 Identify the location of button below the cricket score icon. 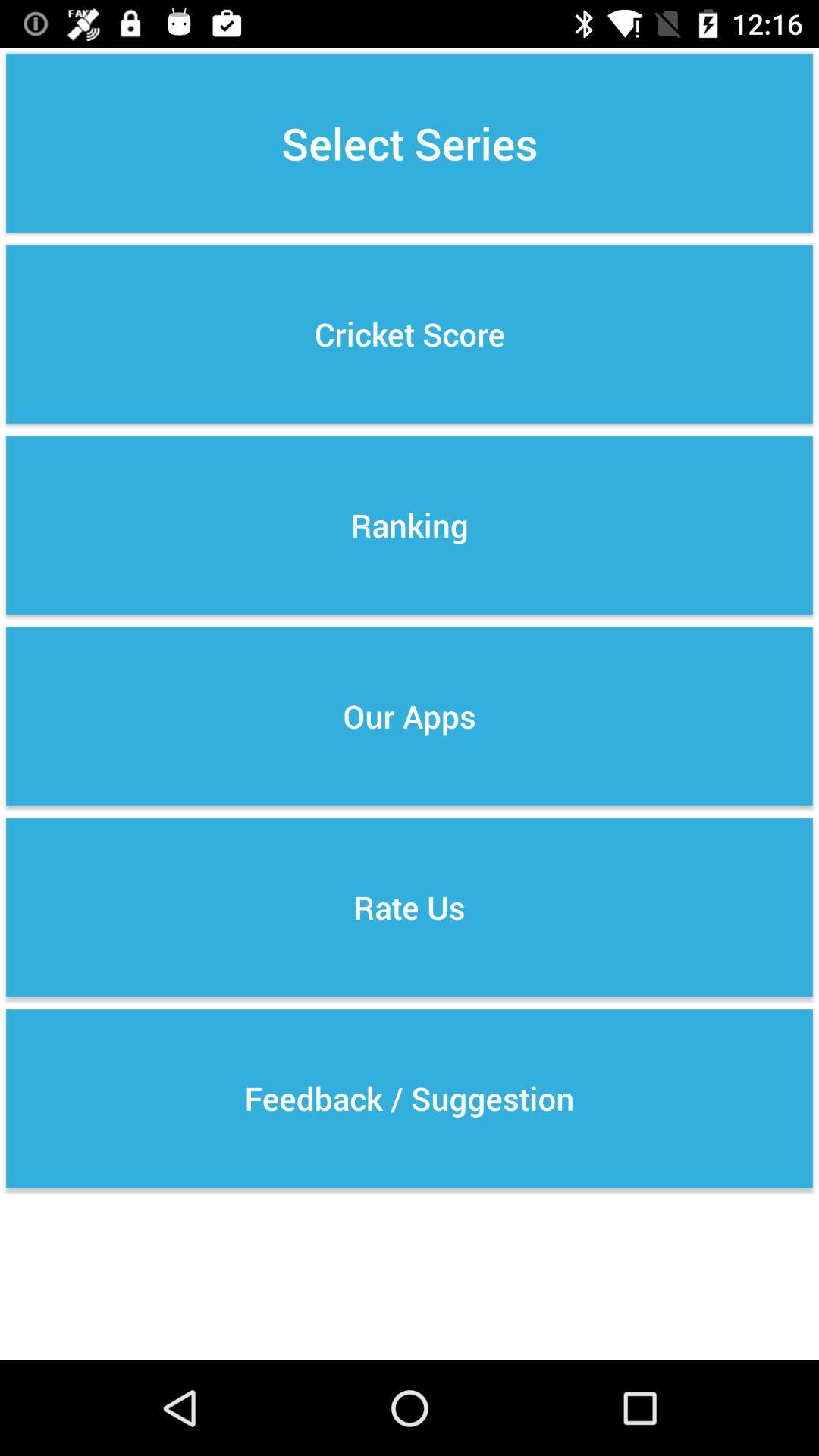
(409, 525).